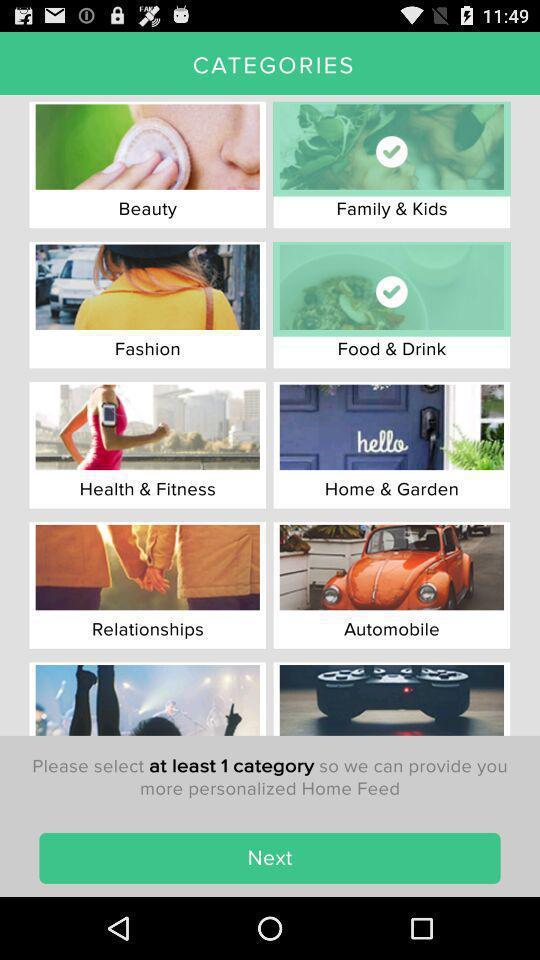 The height and width of the screenshot is (960, 540). Describe the element at coordinates (270, 857) in the screenshot. I see `the next item` at that location.